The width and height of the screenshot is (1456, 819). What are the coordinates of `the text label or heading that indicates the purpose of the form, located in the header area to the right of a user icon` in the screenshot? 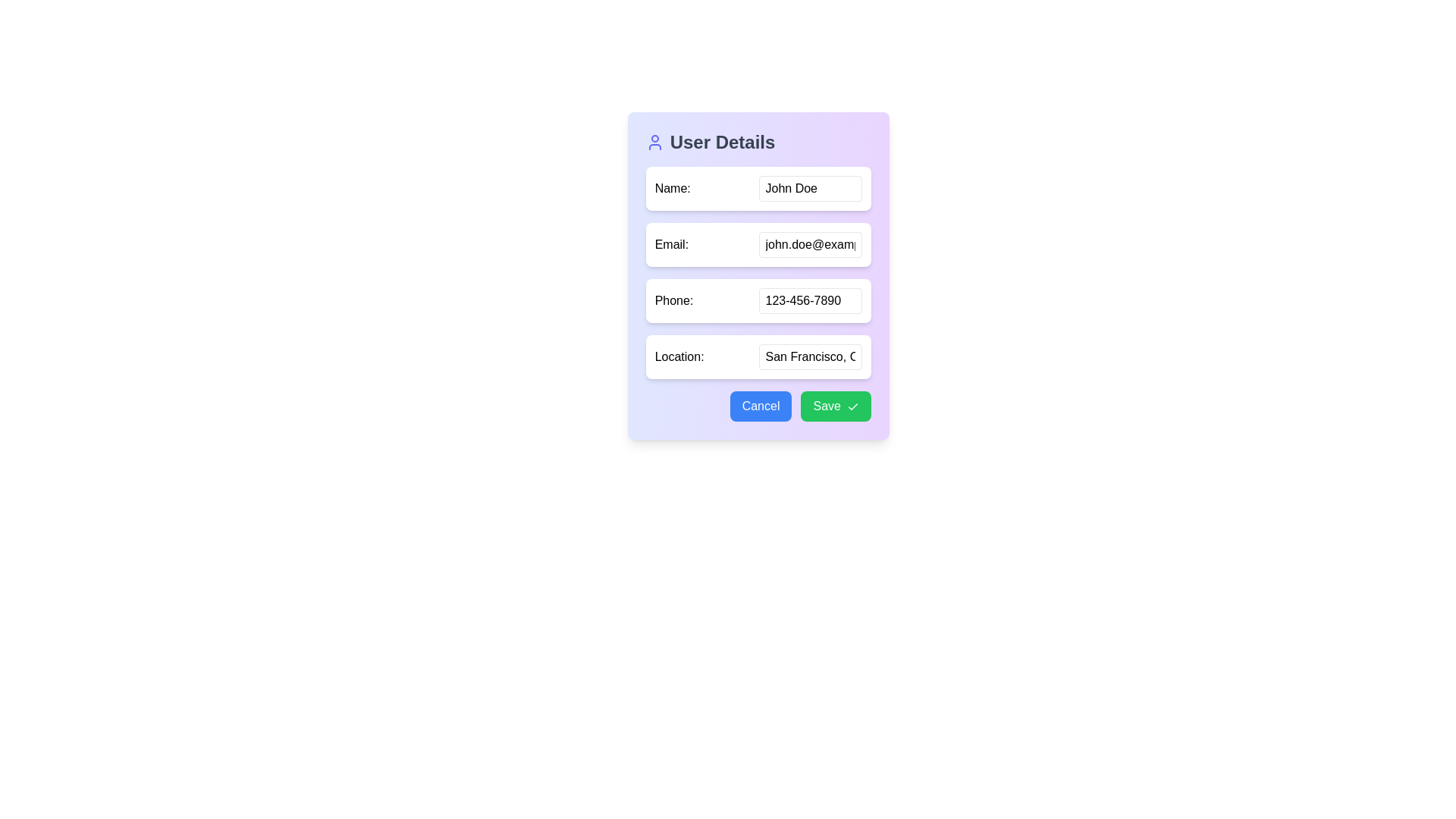 It's located at (722, 143).